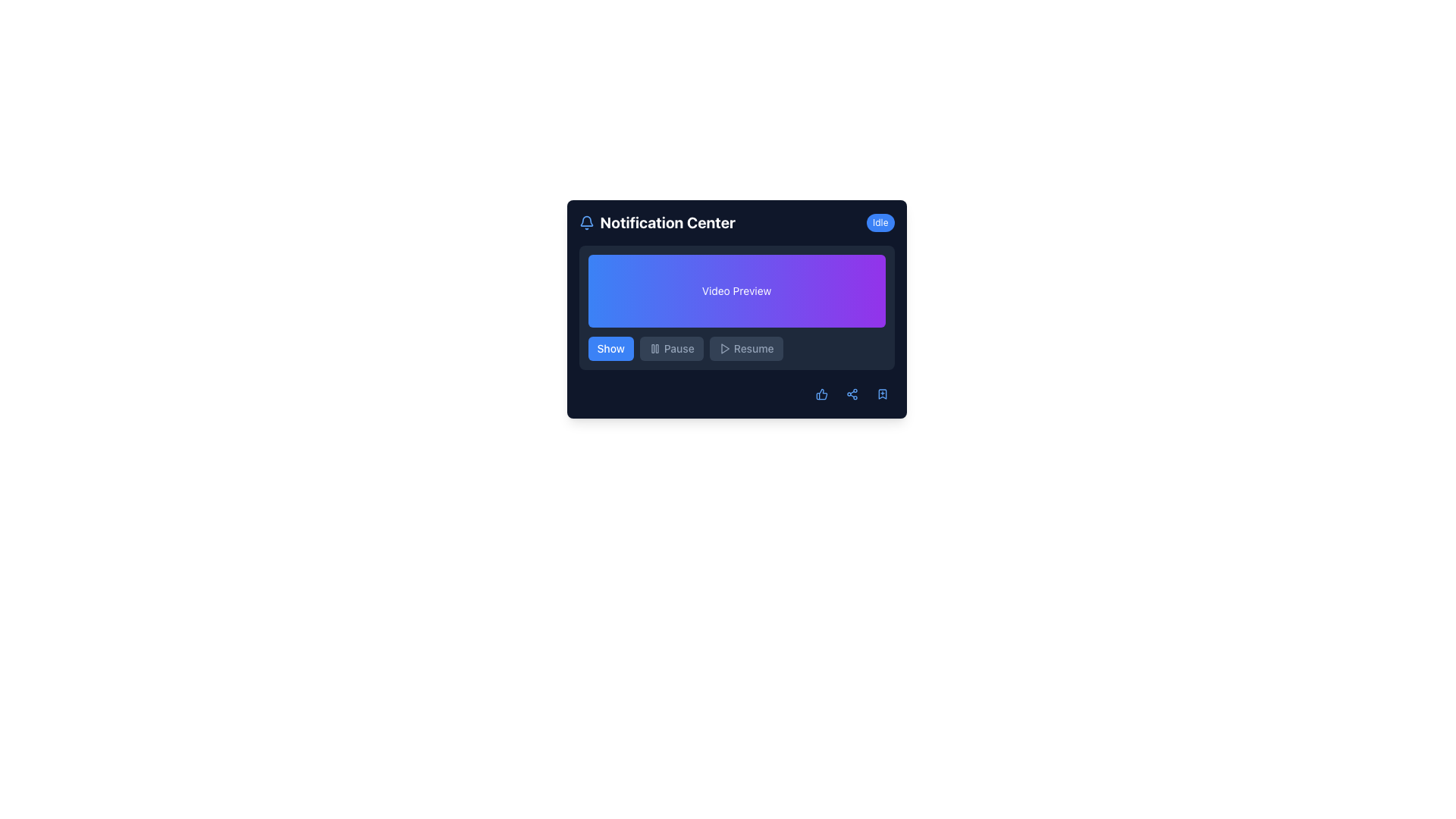 The height and width of the screenshot is (819, 1456). I want to click on the notification icon located on the leftmost side of the 'Notification Center' title, so click(585, 222).